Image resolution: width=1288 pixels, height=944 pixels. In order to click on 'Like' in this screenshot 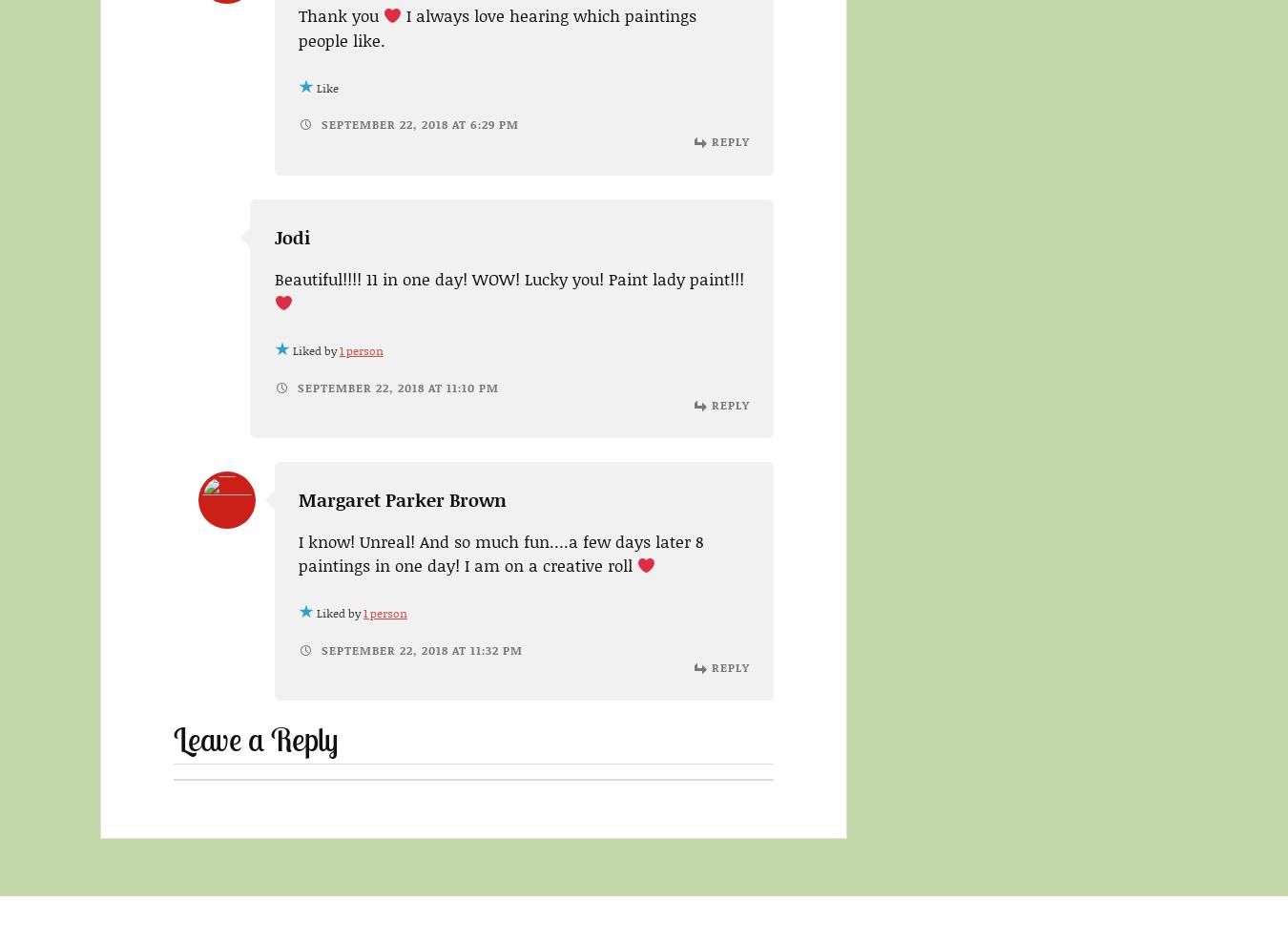, I will do `click(327, 87)`.